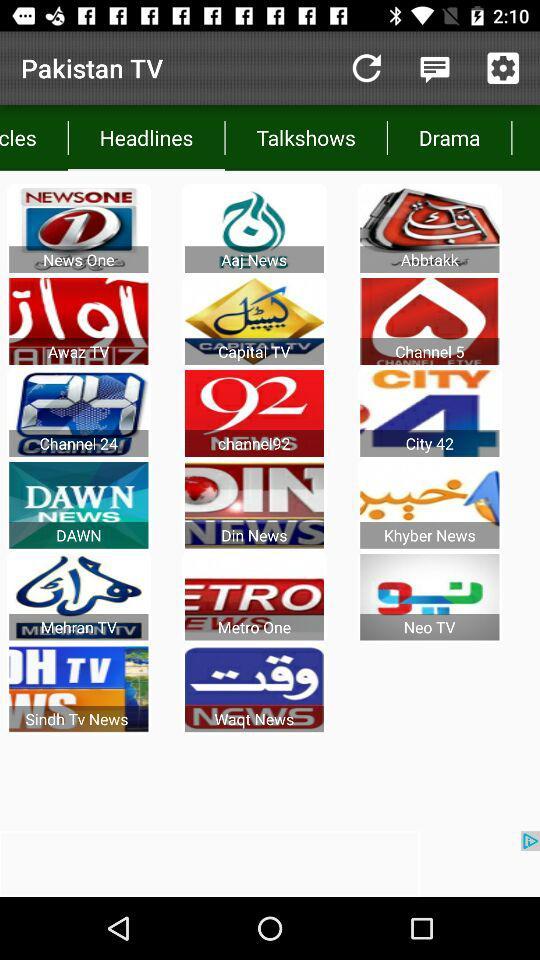 This screenshot has width=540, height=960. What do you see at coordinates (525, 136) in the screenshot?
I see `the morningshows` at bounding box center [525, 136].